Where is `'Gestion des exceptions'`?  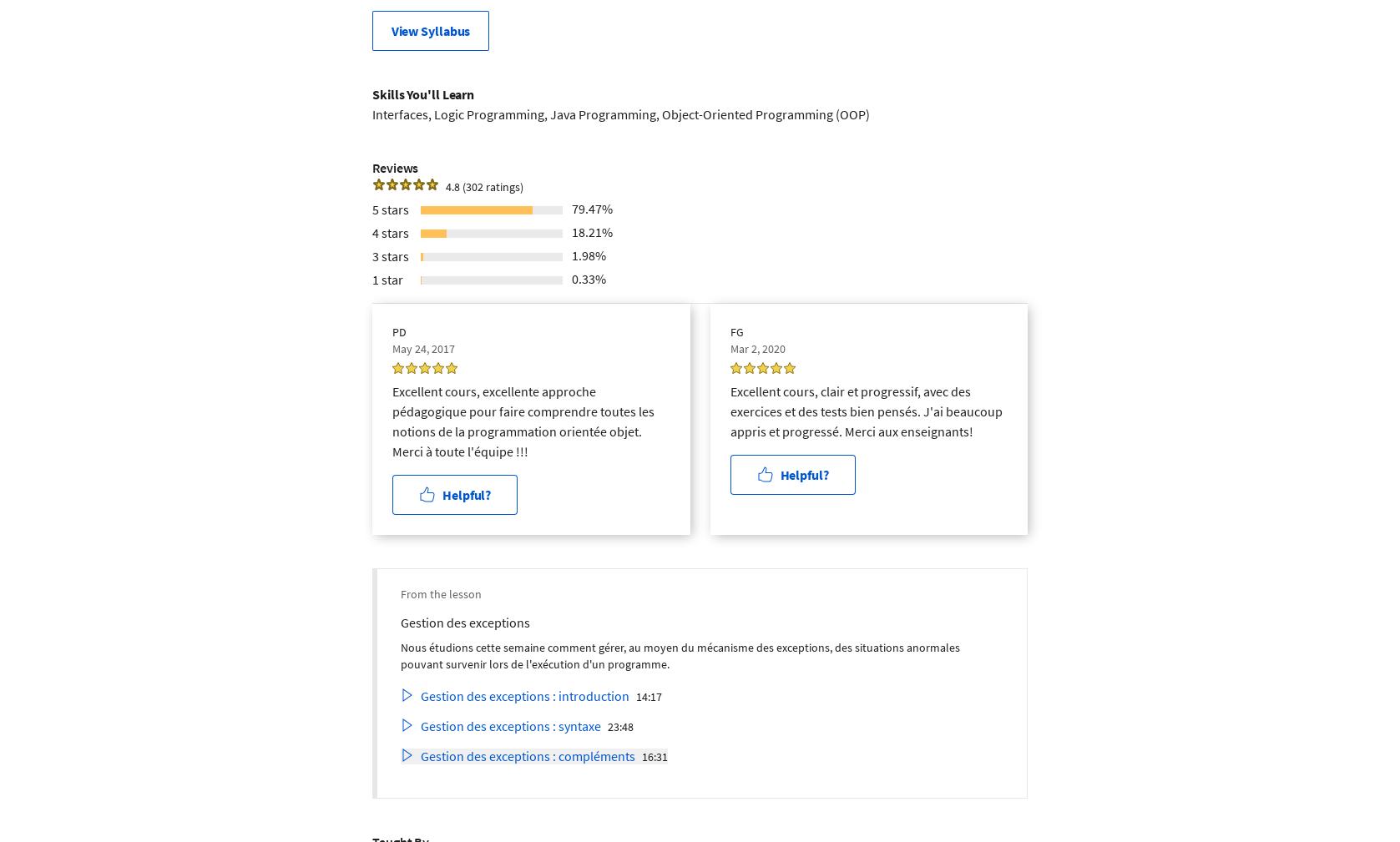
'Gestion des exceptions' is located at coordinates (399, 622).